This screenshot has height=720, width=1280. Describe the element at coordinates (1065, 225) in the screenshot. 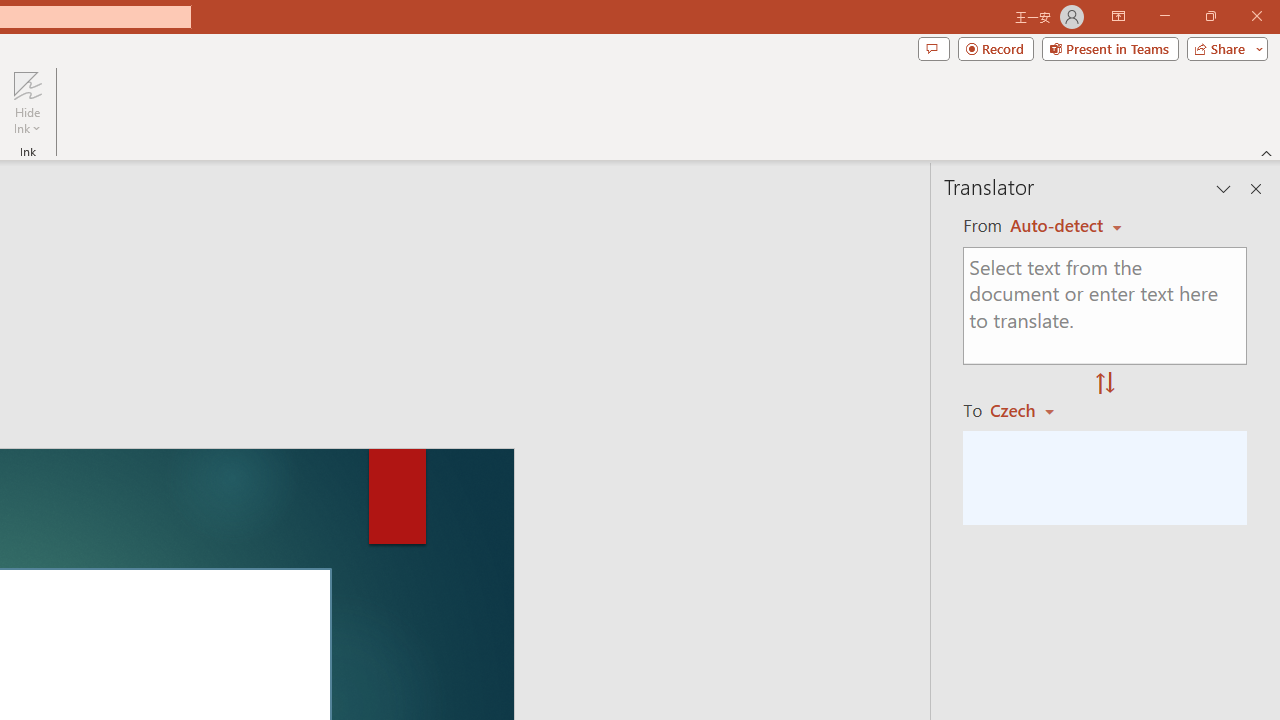

I see `'English'` at that location.